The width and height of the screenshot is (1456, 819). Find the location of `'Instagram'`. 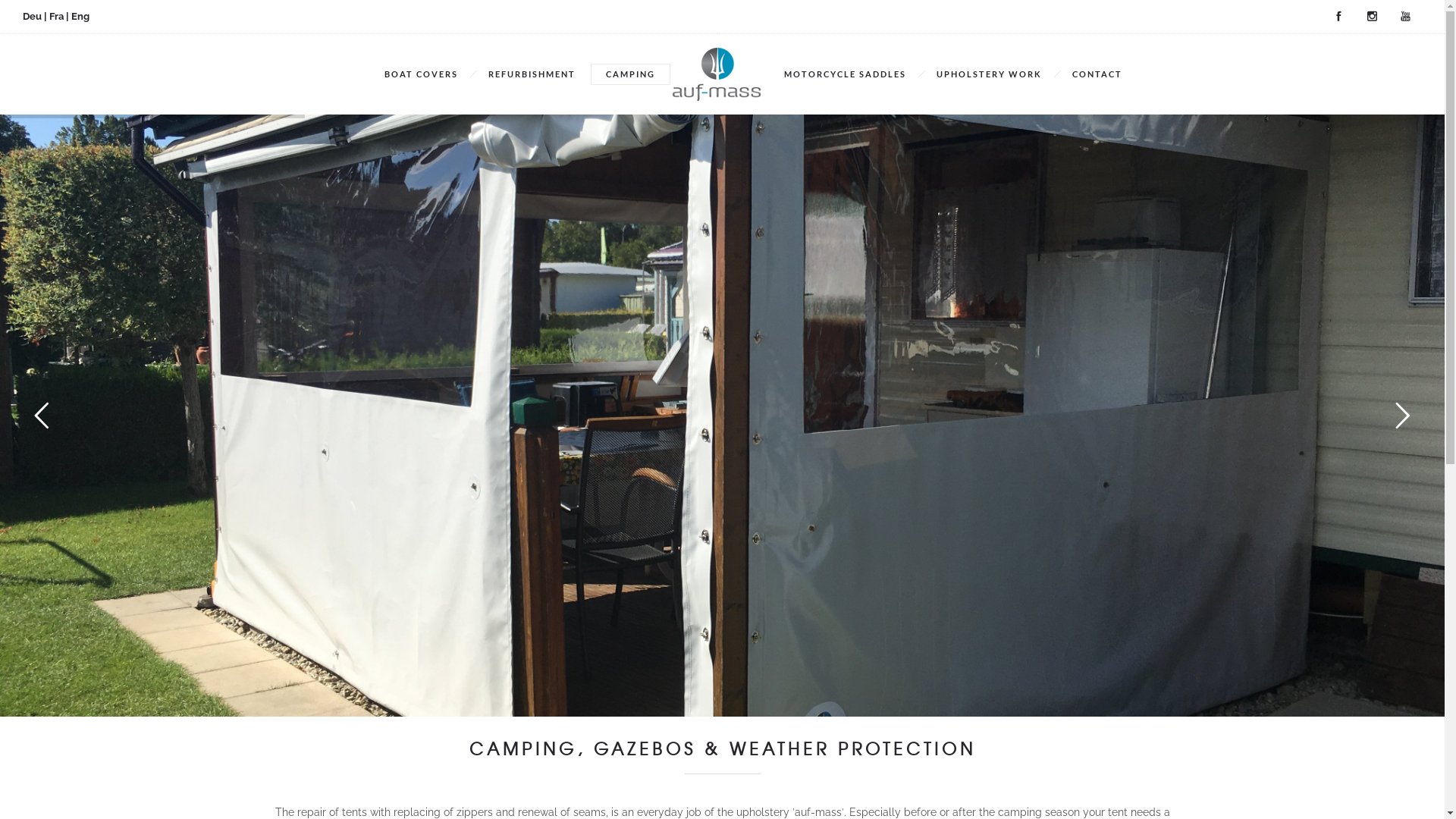

'Instagram' is located at coordinates (1372, 17).